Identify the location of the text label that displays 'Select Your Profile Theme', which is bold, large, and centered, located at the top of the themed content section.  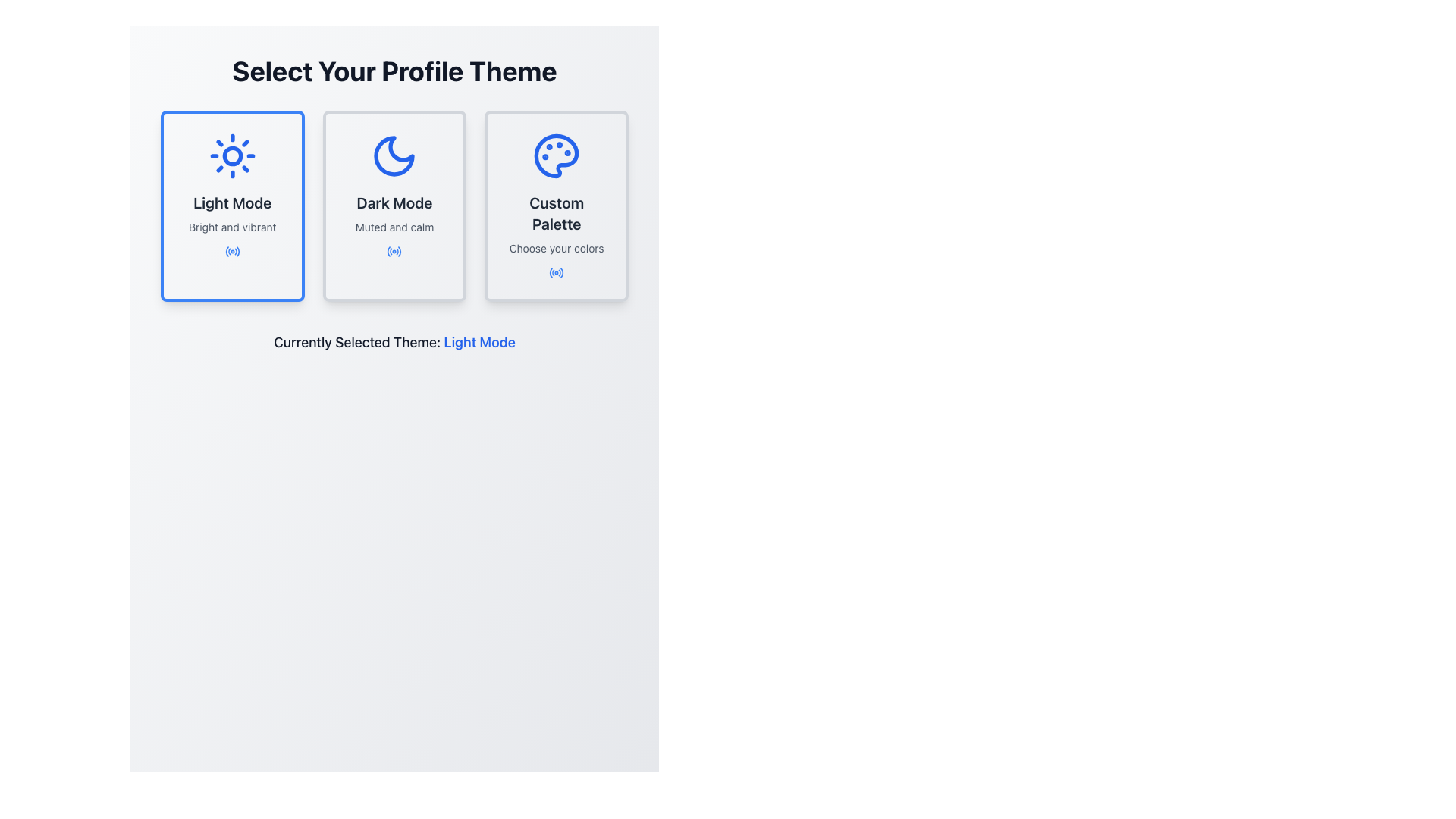
(394, 71).